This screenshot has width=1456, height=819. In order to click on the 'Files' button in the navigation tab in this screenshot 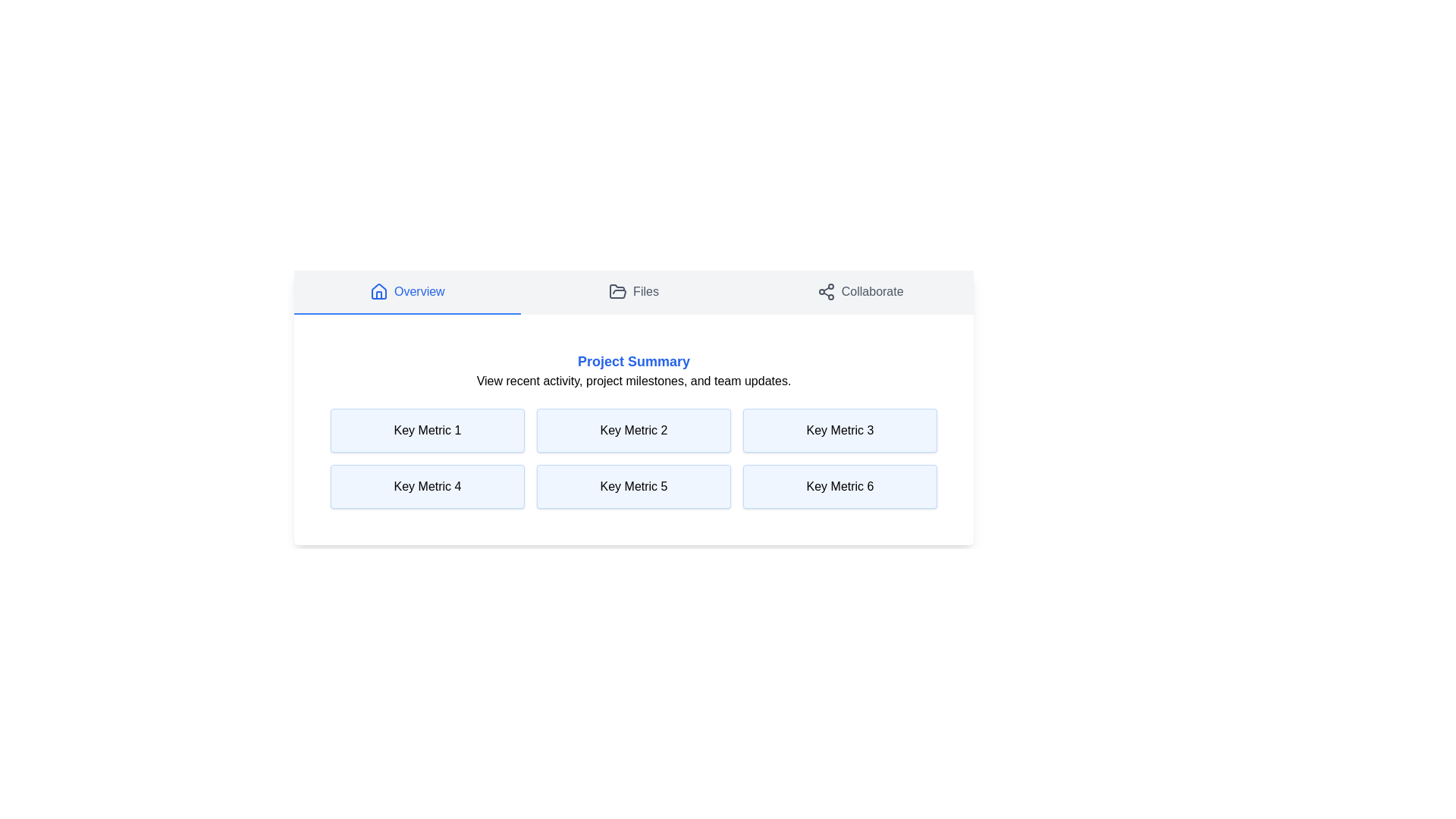, I will do `click(633, 292)`.